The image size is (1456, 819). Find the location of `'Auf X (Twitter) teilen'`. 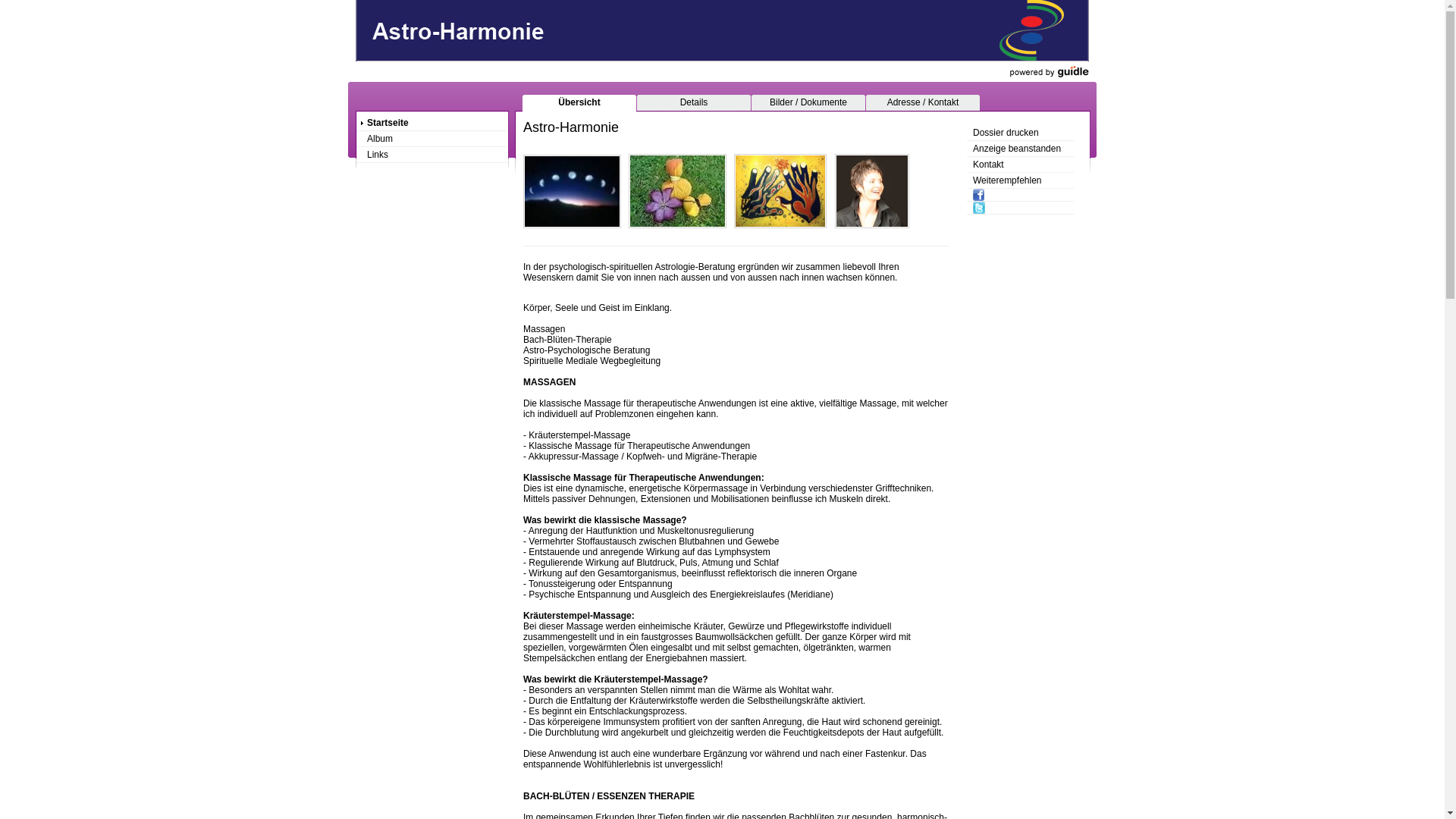

'Auf X (Twitter) teilen' is located at coordinates (1020, 208).